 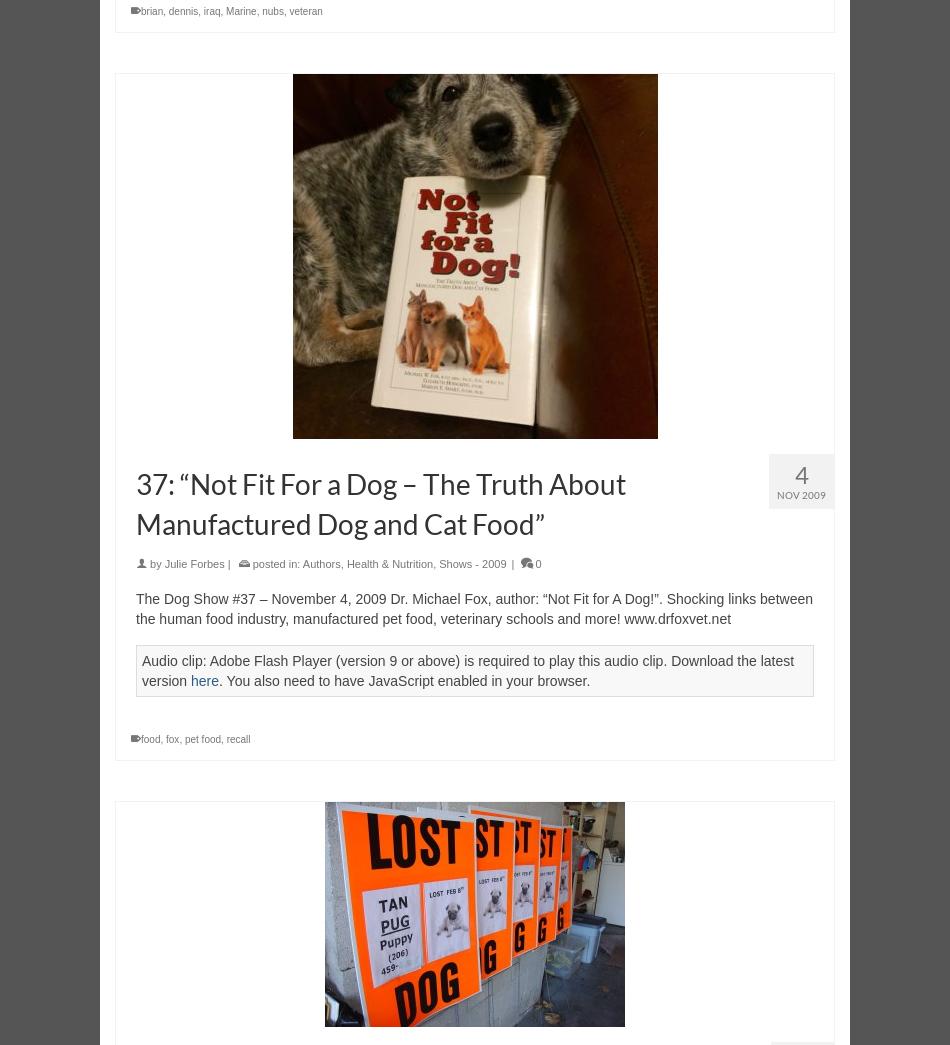 I want to click on 'veteran', so click(x=304, y=10).